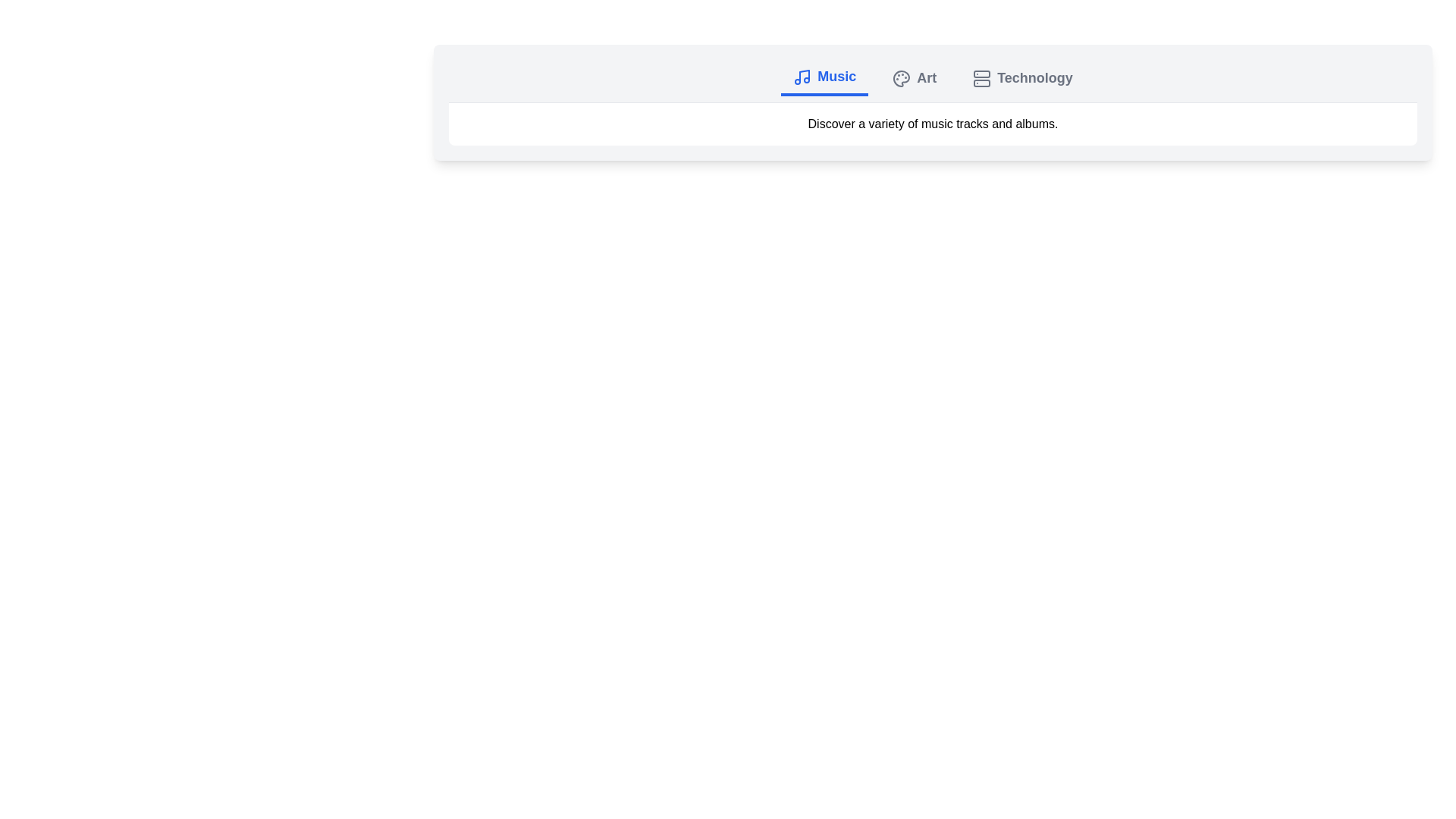 This screenshot has height=819, width=1456. I want to click on the Technology tab by clicking on it, so click(1022, 78).